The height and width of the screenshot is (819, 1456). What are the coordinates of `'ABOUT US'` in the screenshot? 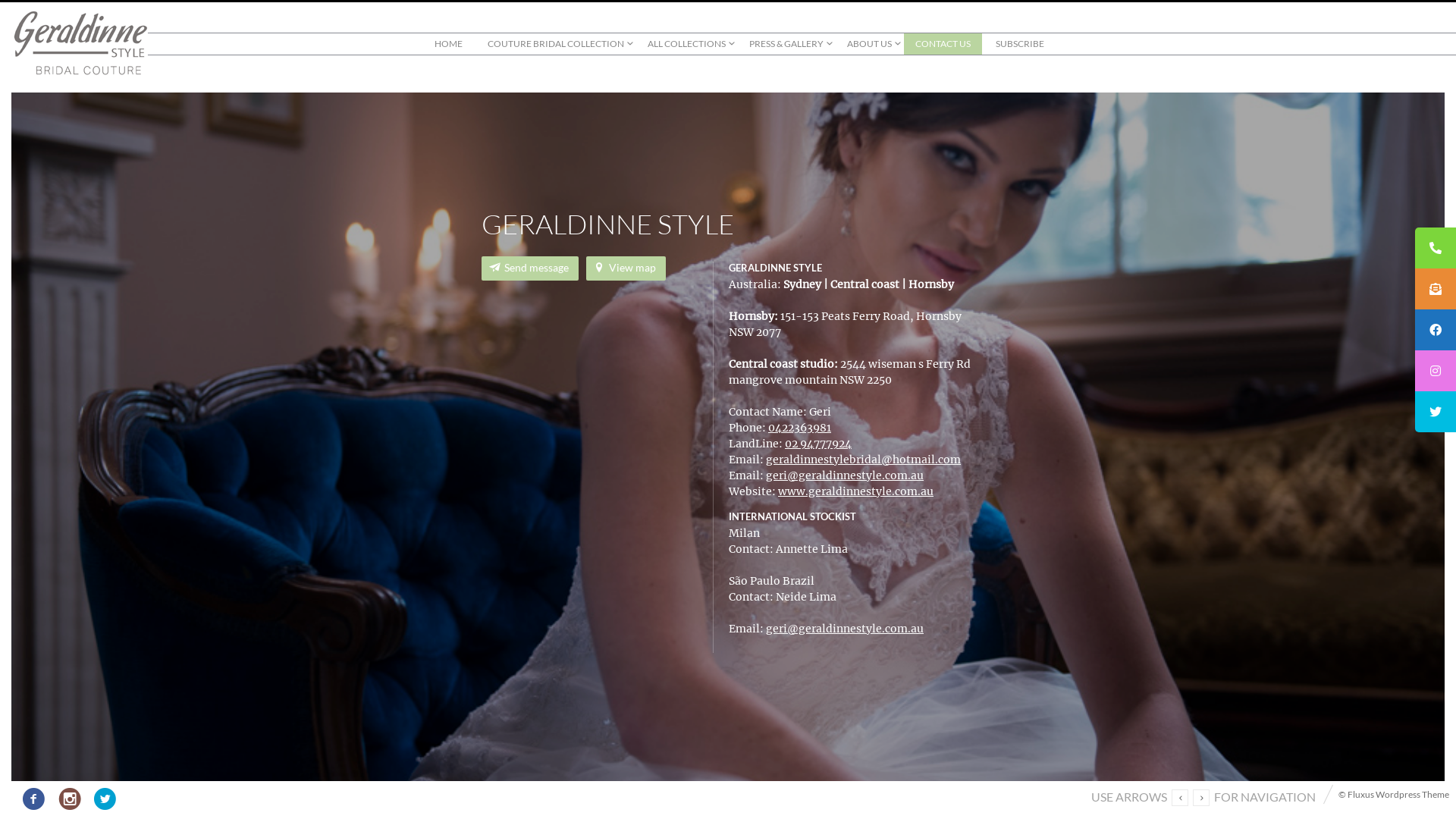 It's located at (868, 42).